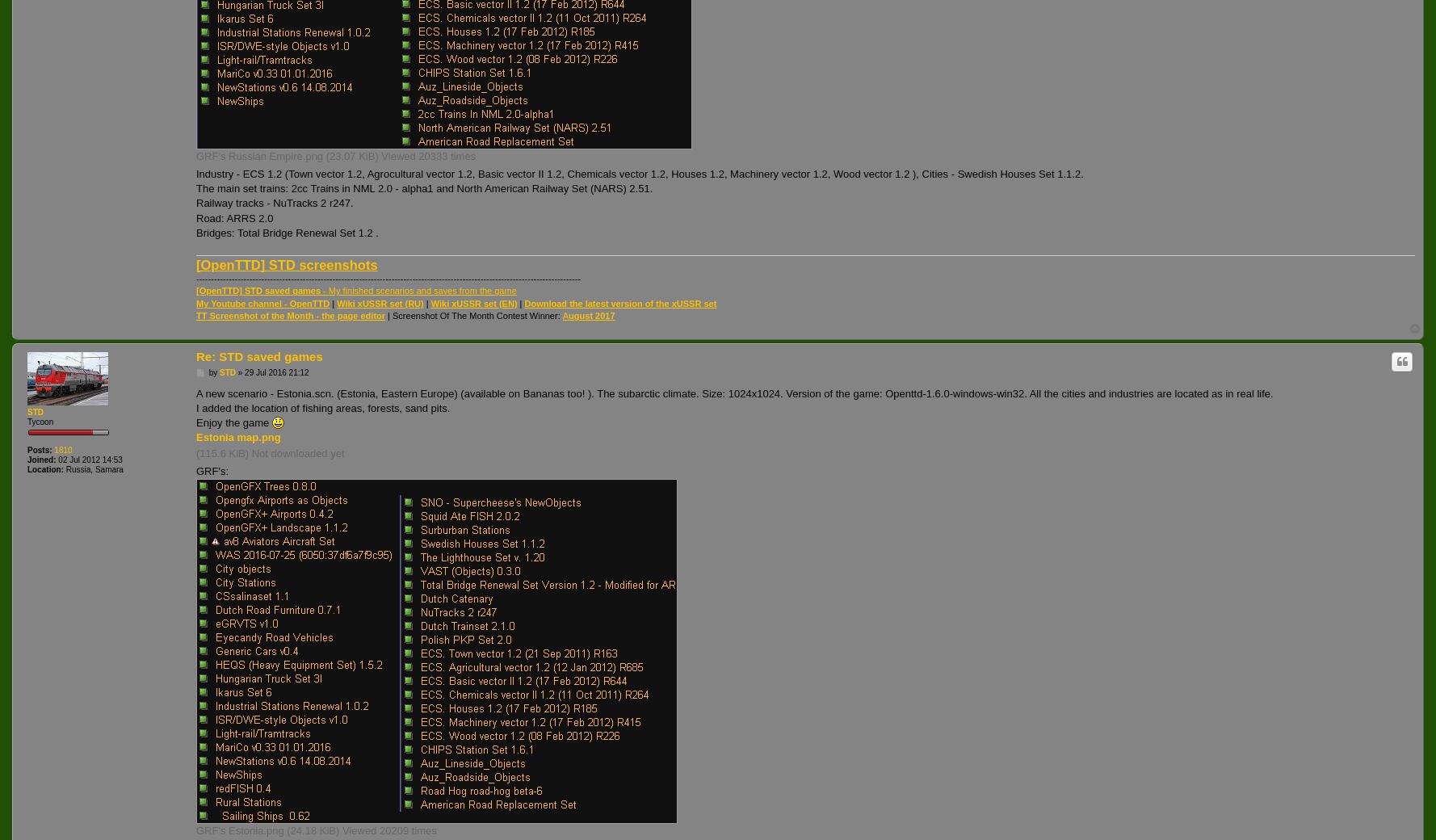 This screenshot has width=1436, height=840. What do you see at coordinates (41, 458) in the screenshot?
I see `'Joined:'` at bounding box center [41, 458].